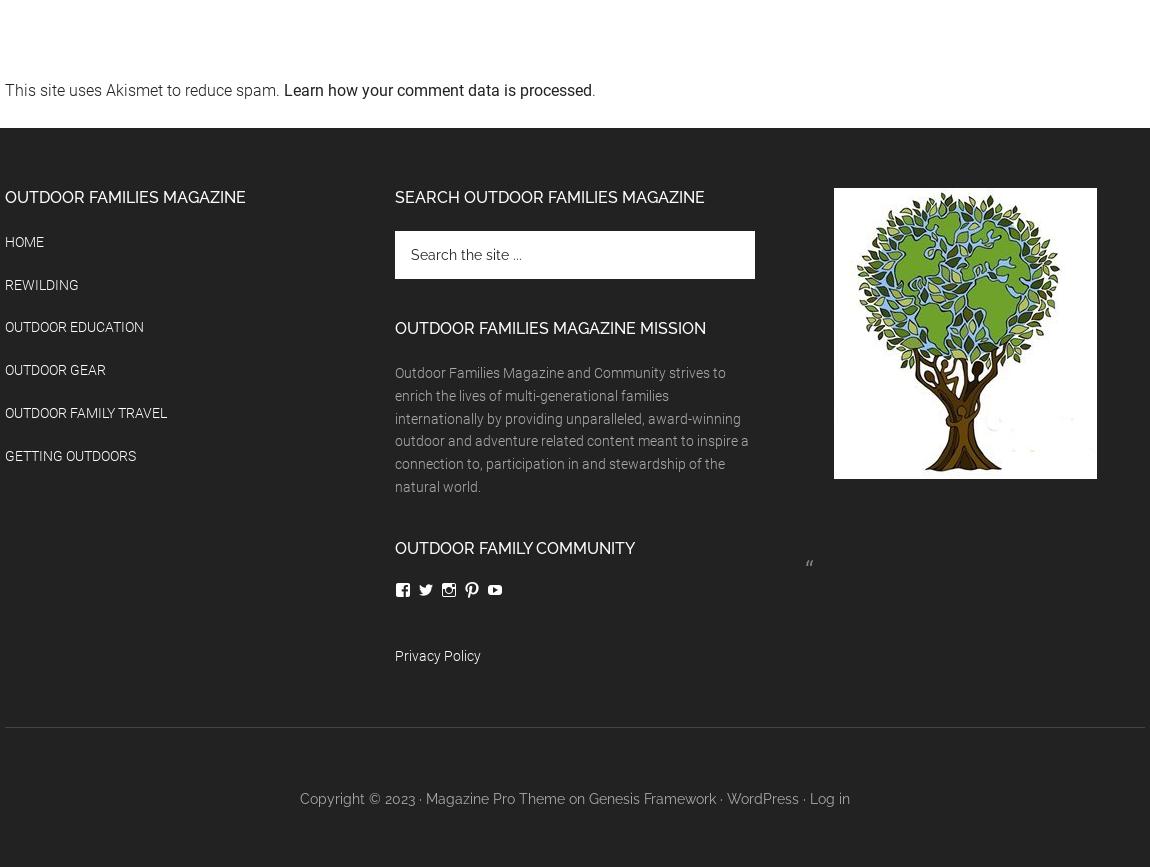  Describe the element at coordinates (550, 196) in the screenshot. I see `'Search Outdoor Families Magazine'` at that location.